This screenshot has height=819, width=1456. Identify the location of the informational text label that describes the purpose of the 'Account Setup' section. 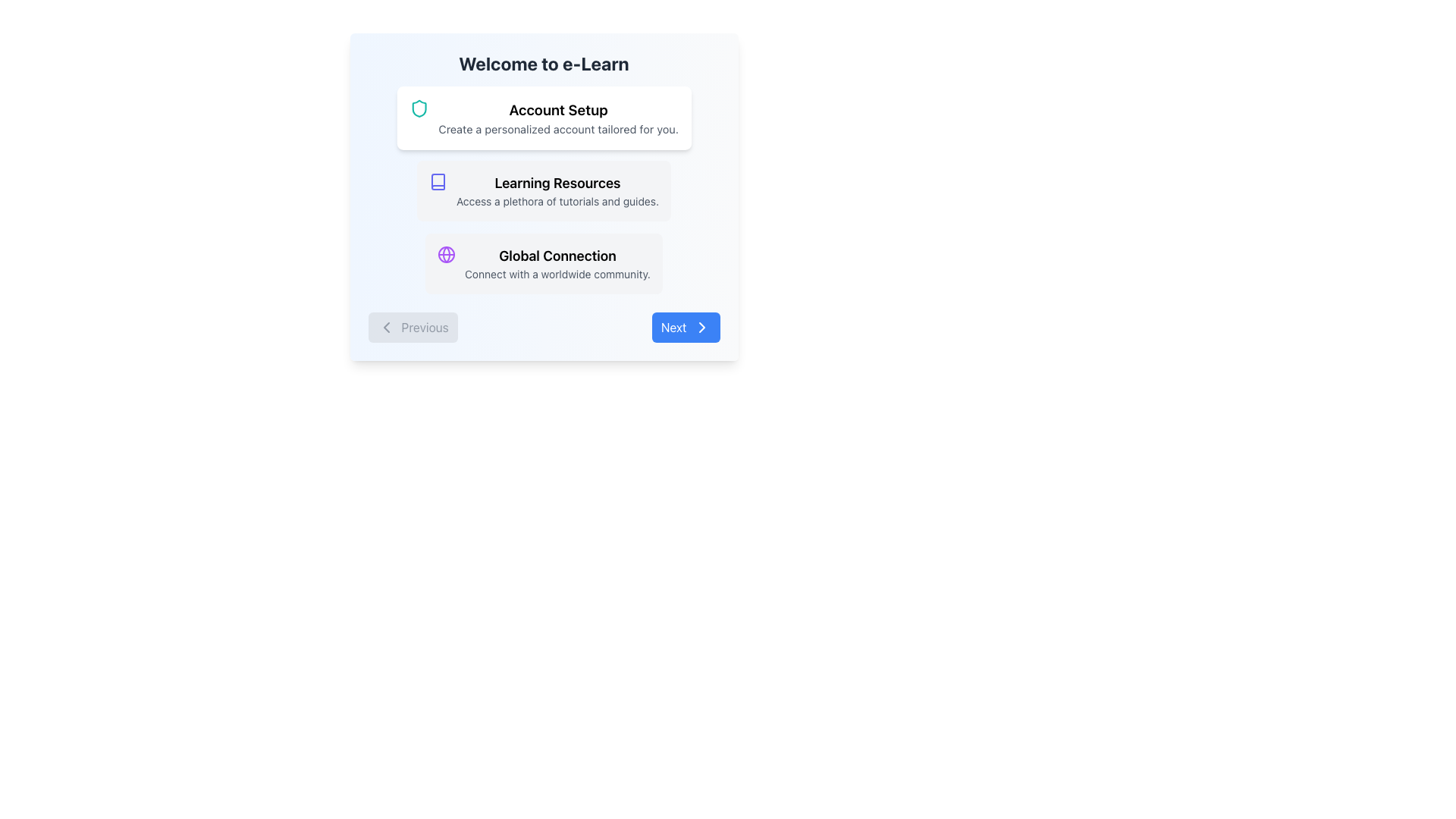
(557, 128).